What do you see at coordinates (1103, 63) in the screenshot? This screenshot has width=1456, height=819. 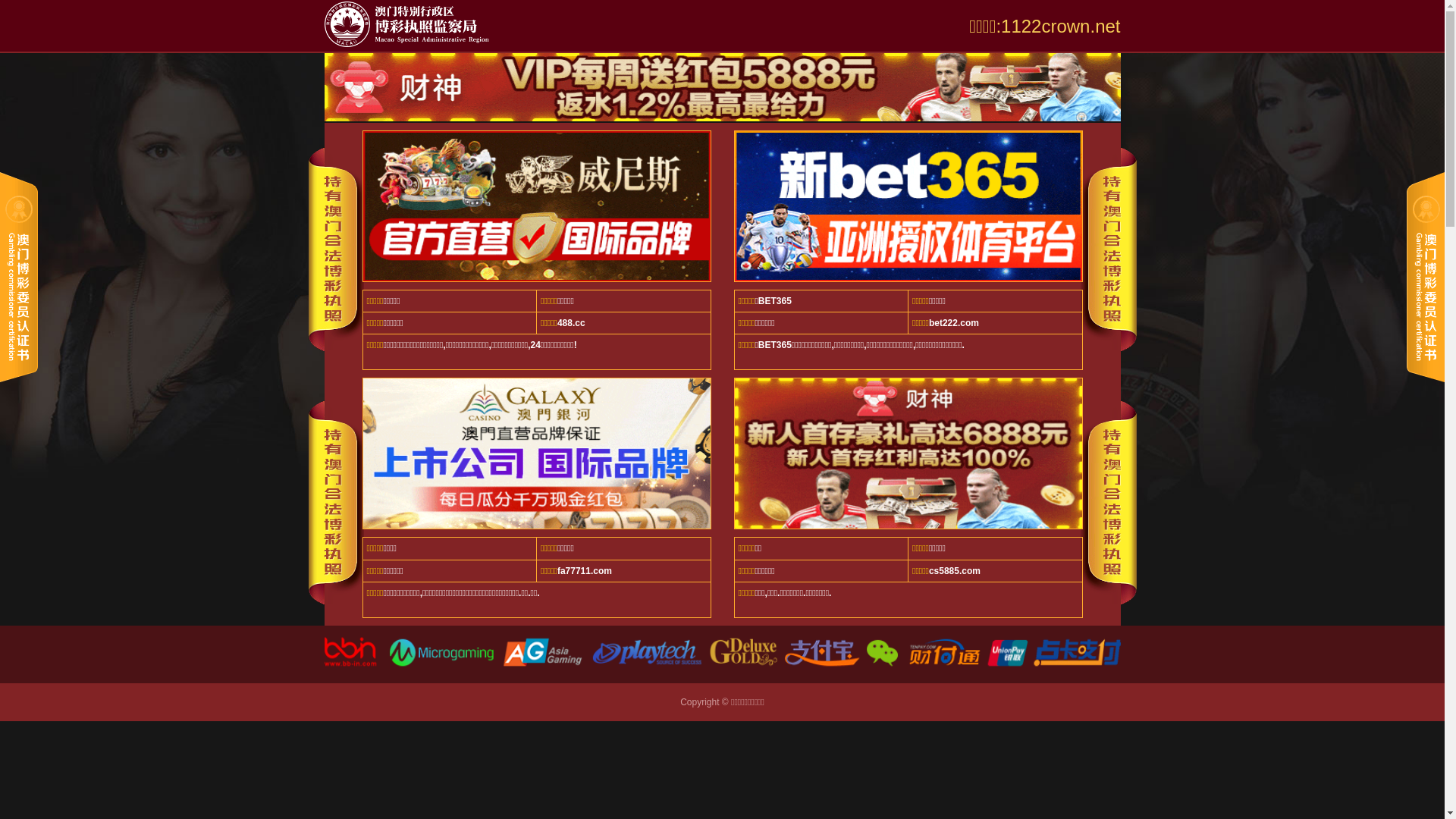 I see `'EN'` at bounding box center [1103, 63].